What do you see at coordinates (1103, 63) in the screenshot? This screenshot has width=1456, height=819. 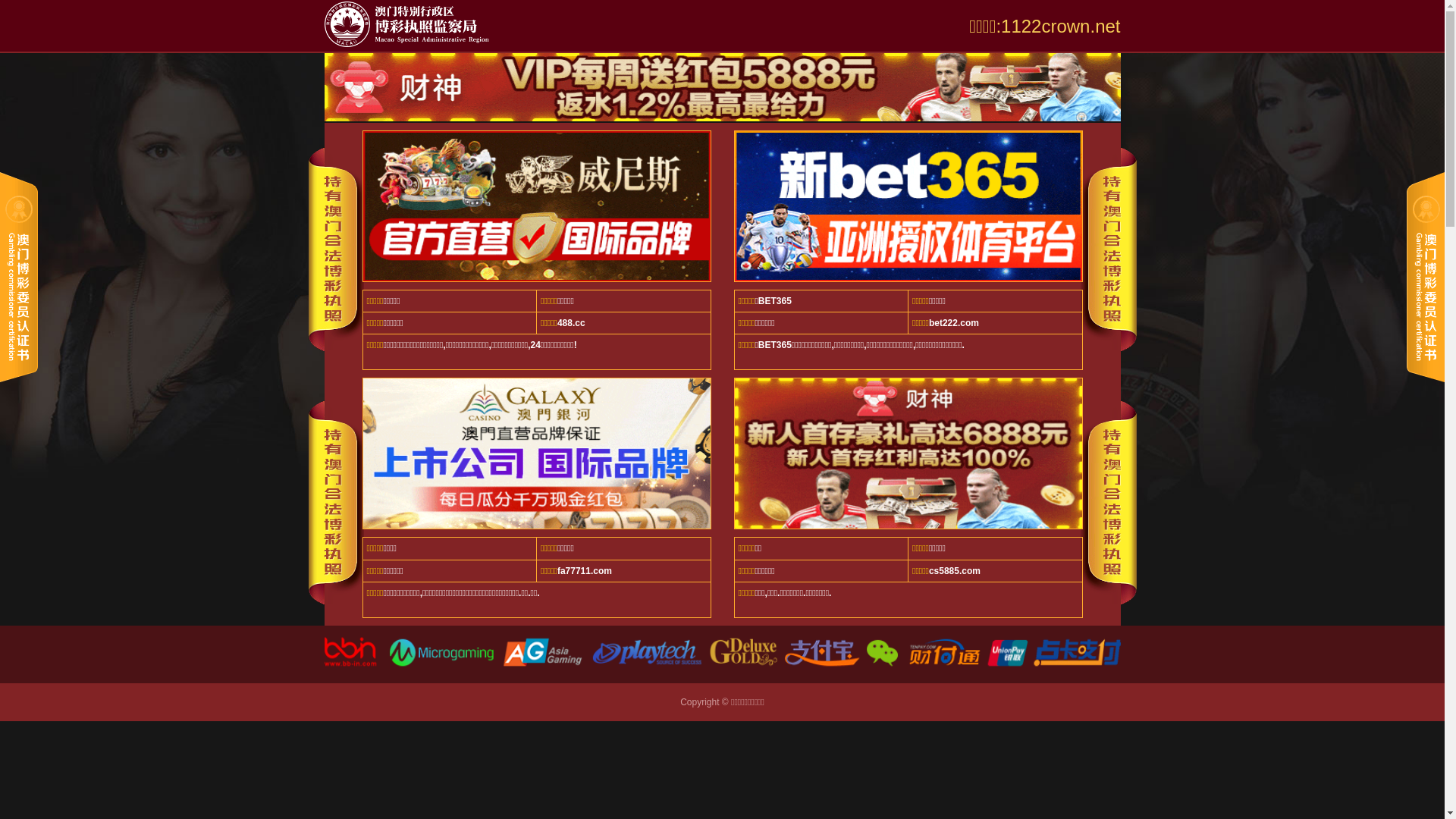 I see `'EN'` at bounding box center [1103, 63].